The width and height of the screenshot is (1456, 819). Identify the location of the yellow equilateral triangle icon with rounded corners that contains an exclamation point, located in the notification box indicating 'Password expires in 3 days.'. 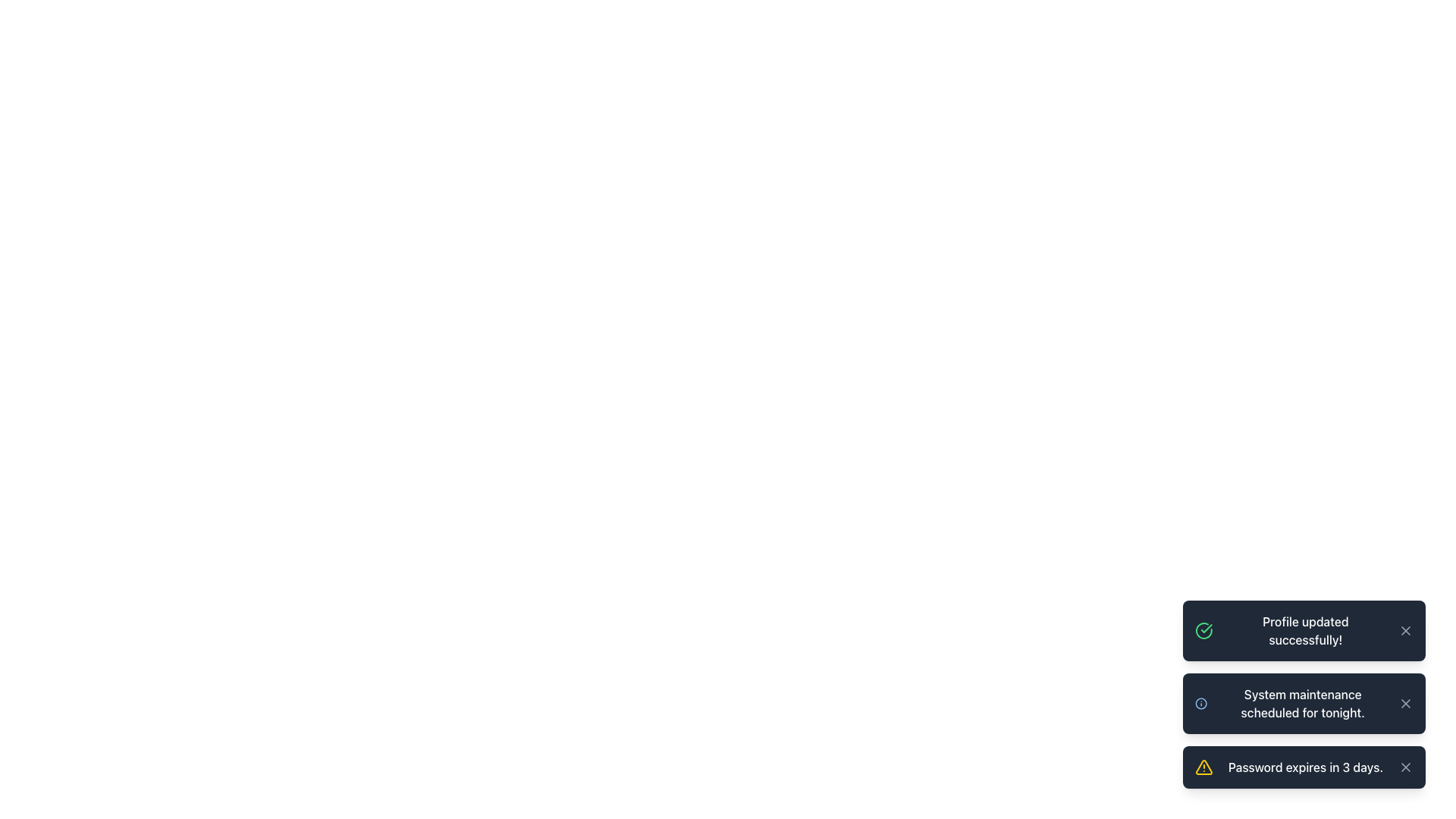
(1203, 767).